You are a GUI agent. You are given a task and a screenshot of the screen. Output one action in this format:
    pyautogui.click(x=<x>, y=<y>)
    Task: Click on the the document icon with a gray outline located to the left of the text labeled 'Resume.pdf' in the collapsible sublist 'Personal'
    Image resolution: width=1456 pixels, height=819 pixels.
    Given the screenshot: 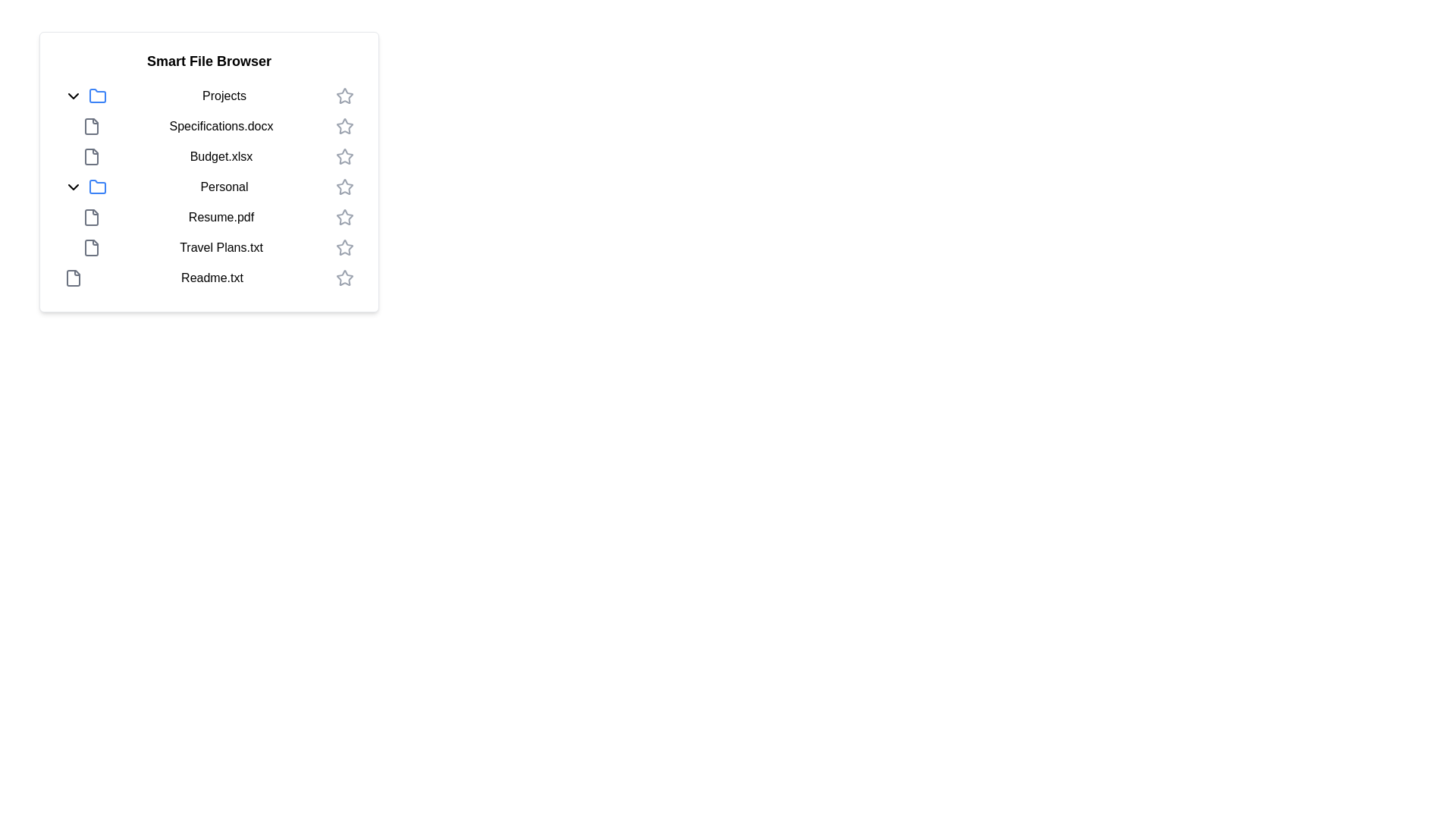 What is the action you would take?
    pyautogui.click(x=90, y=217)
    